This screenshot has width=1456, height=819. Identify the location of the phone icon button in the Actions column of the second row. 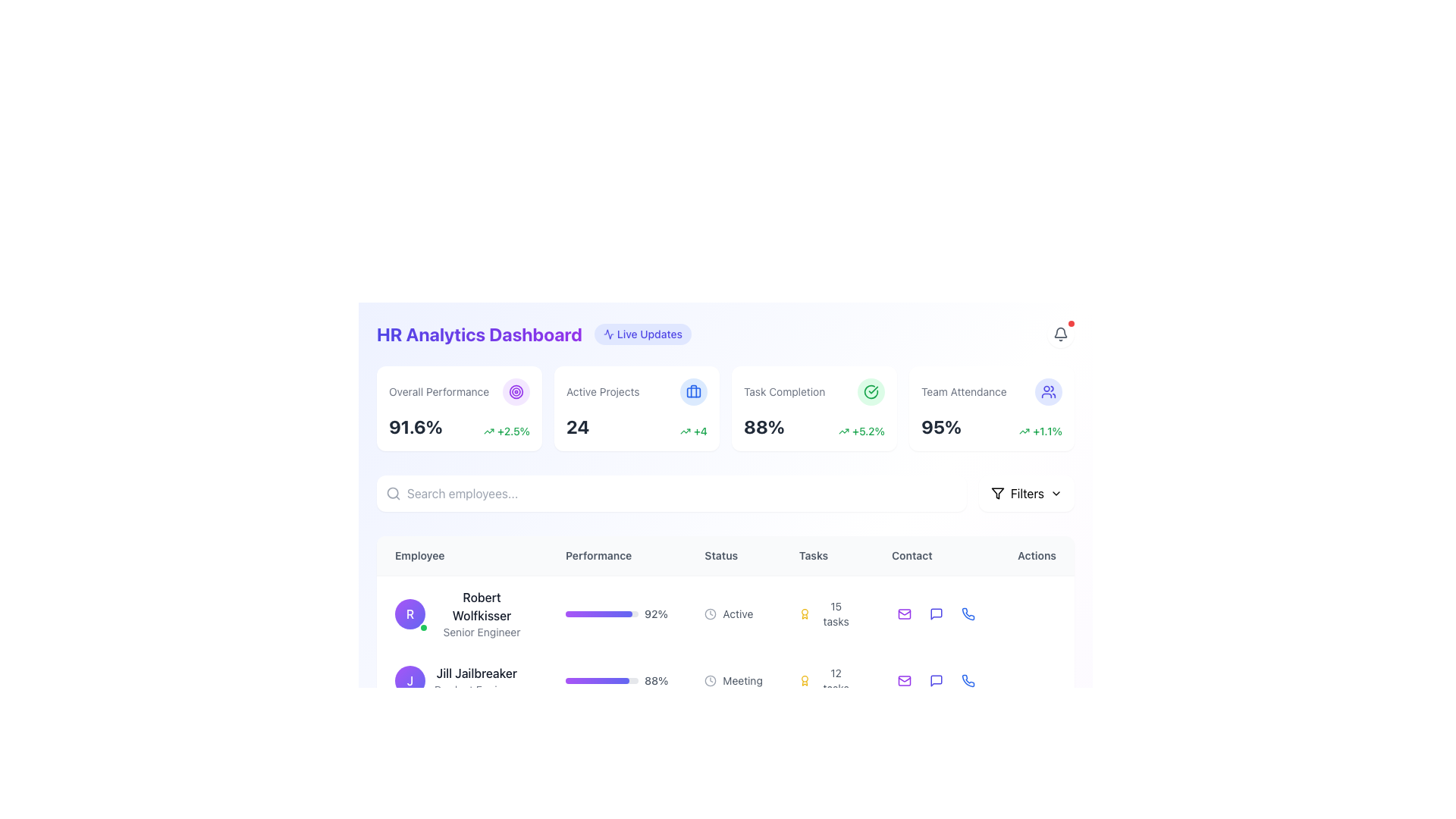
(967, 680).